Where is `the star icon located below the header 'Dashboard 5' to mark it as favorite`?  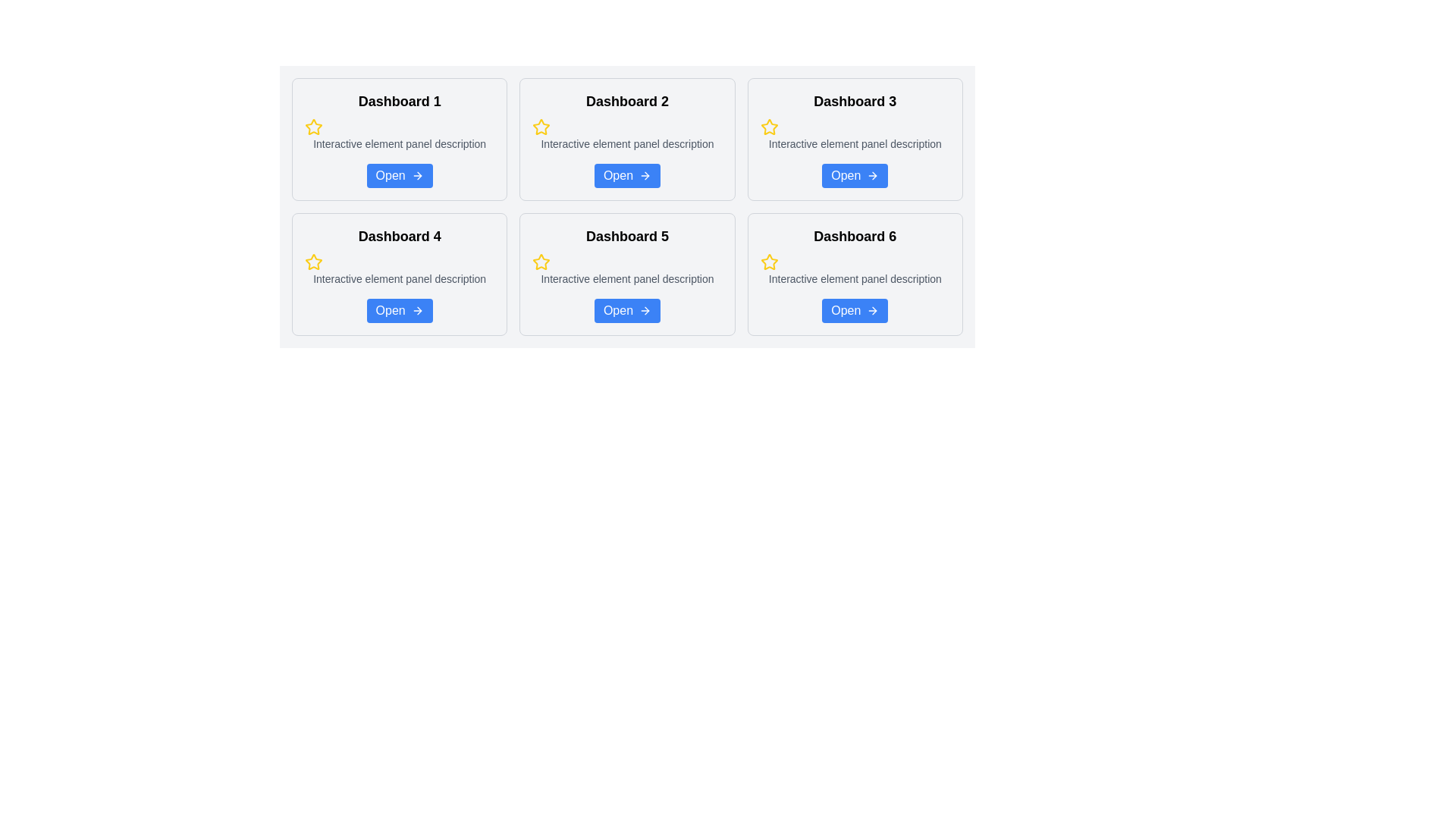 the star icon located below the header 'Dashboard 5' to mark it as favorite is located at coordinates (541, 262).